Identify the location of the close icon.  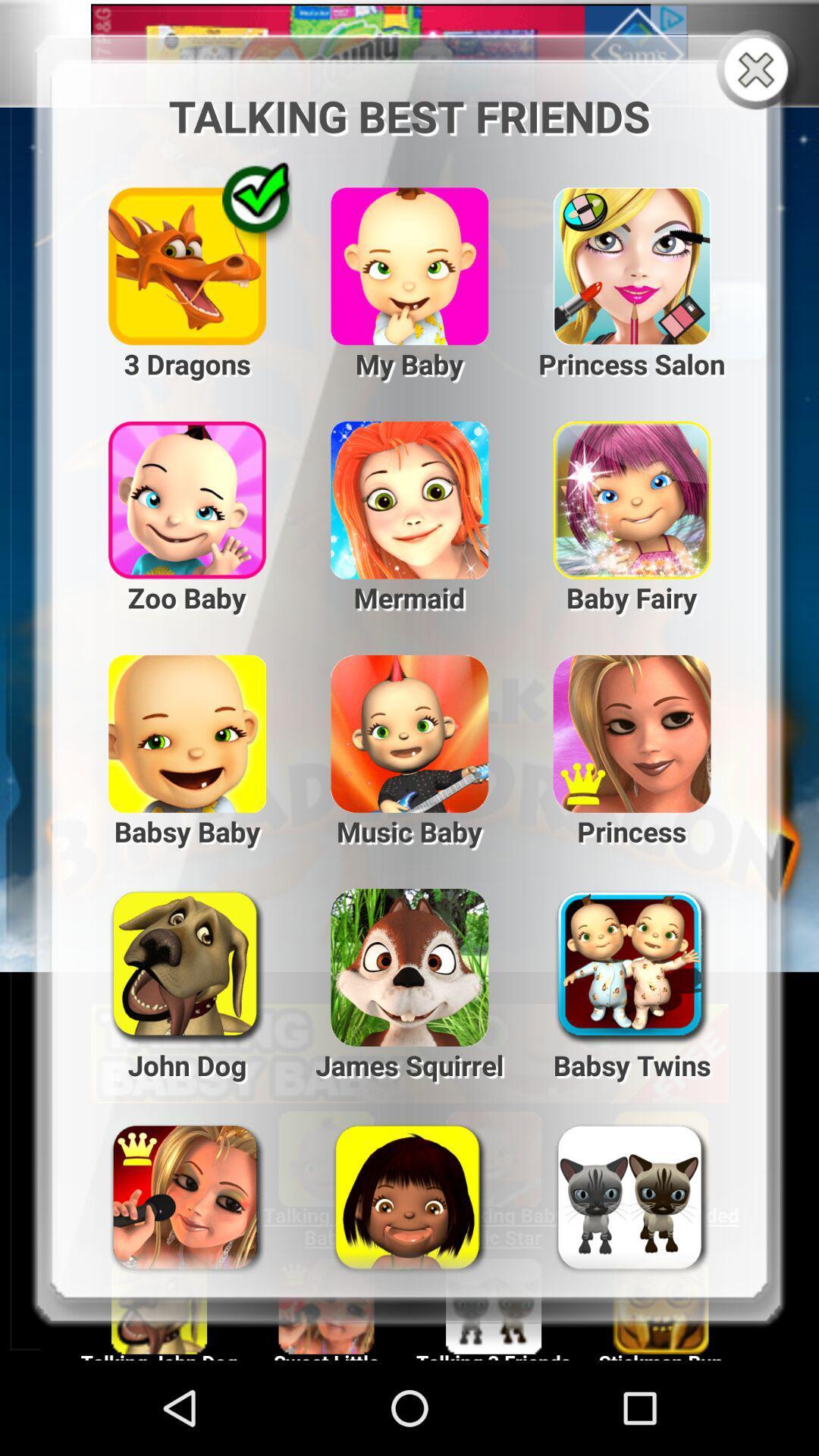
(759, 76).